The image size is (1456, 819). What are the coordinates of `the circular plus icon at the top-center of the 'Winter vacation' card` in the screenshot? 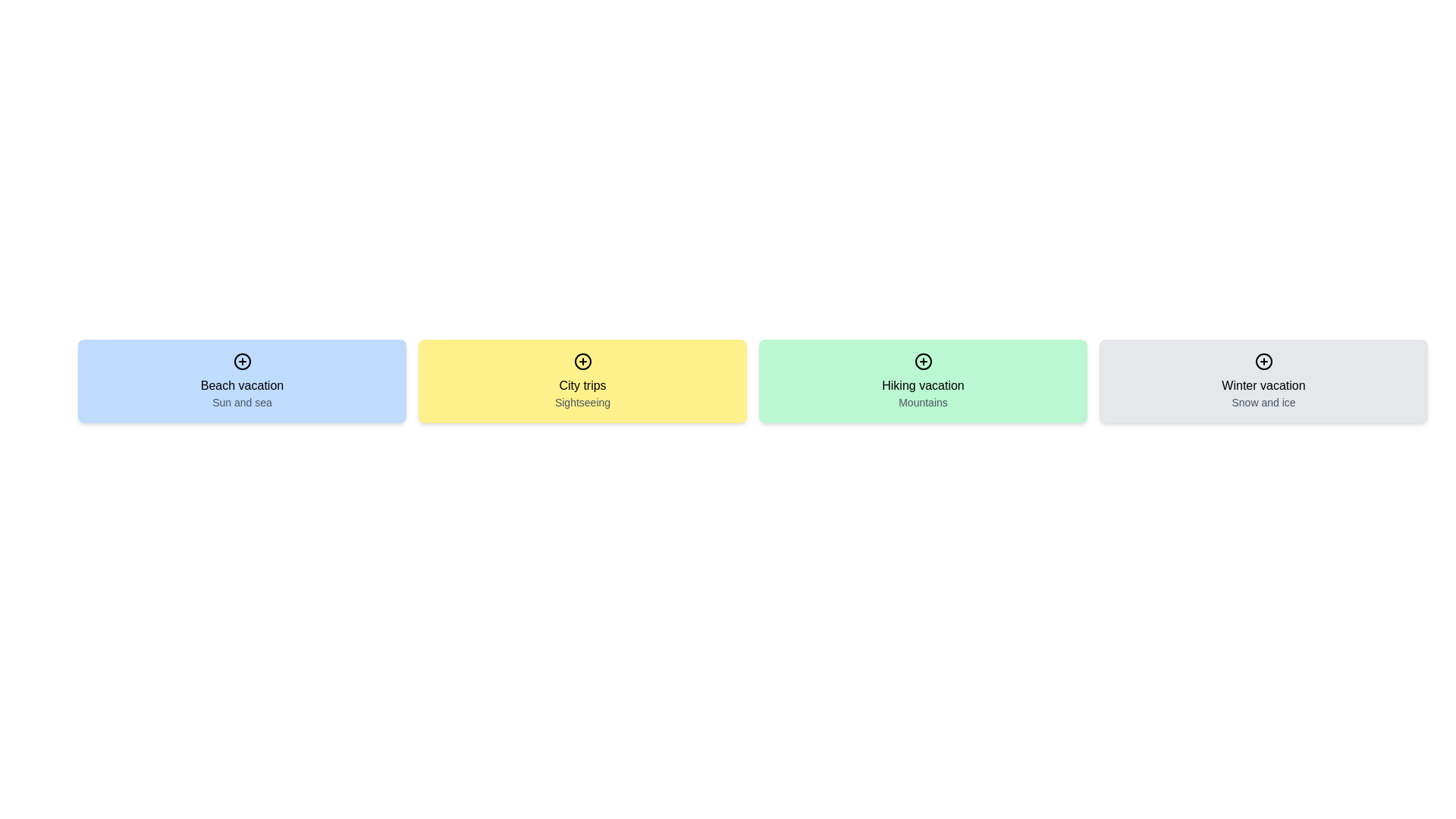 It's located at (1263, 362).